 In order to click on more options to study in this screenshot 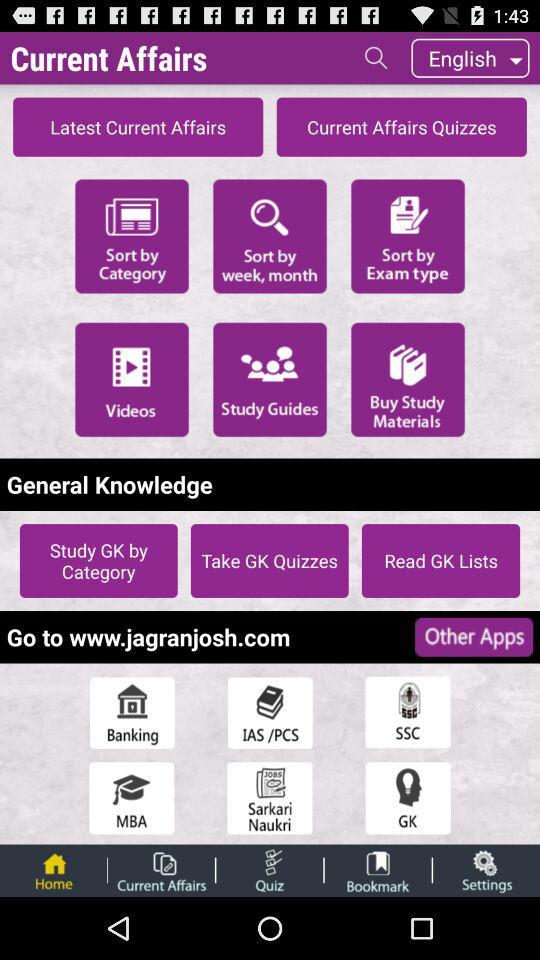, I will do `click(270, 378)`.